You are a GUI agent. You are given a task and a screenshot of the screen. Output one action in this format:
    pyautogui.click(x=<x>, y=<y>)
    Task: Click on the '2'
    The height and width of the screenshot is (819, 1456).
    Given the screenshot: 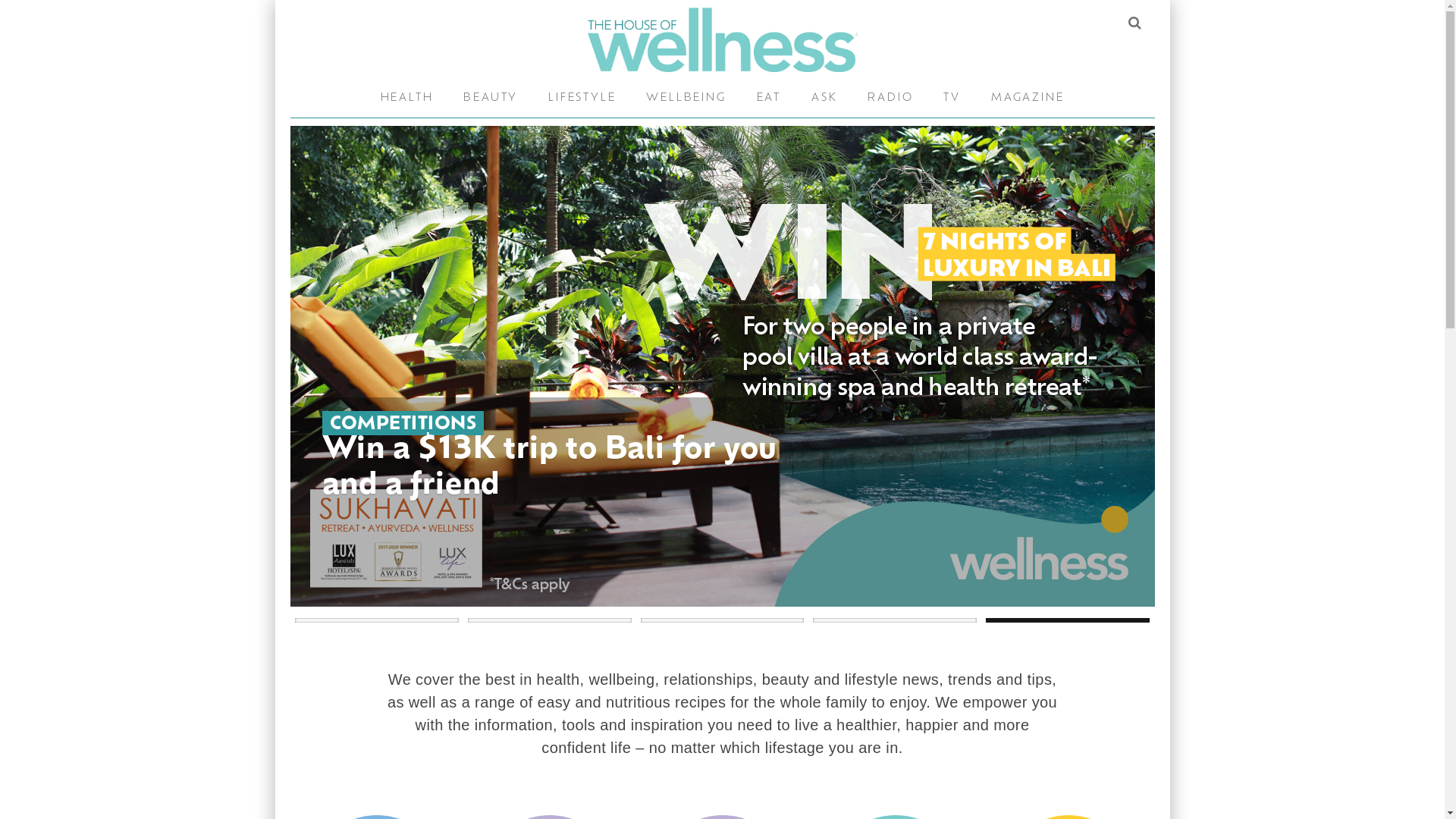 What is the action you would take?
    pyautogui.click(x=548, y=620)
    